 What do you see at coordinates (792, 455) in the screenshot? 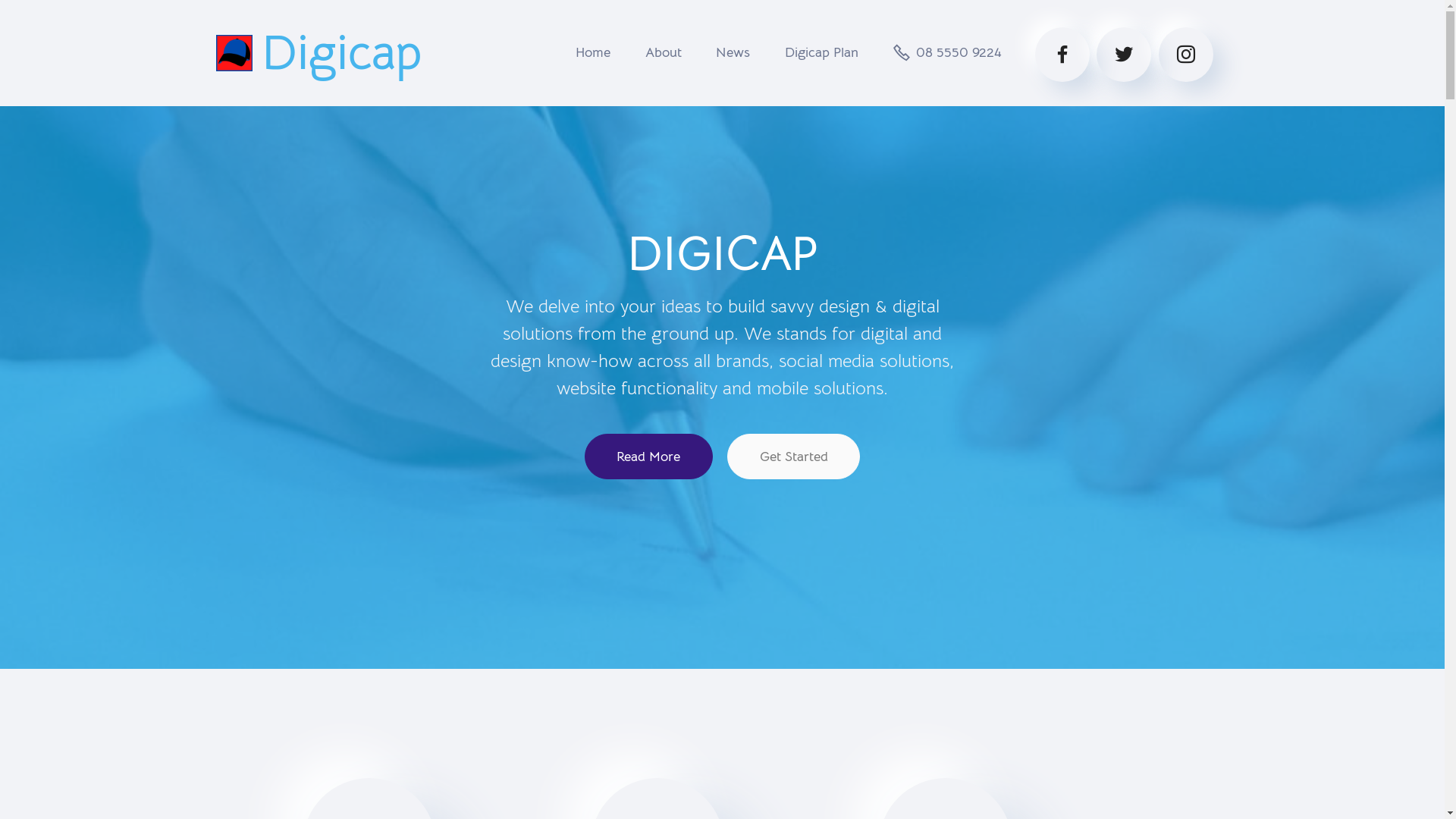
I see `'Get Started'` at bounding box center [792, 455].